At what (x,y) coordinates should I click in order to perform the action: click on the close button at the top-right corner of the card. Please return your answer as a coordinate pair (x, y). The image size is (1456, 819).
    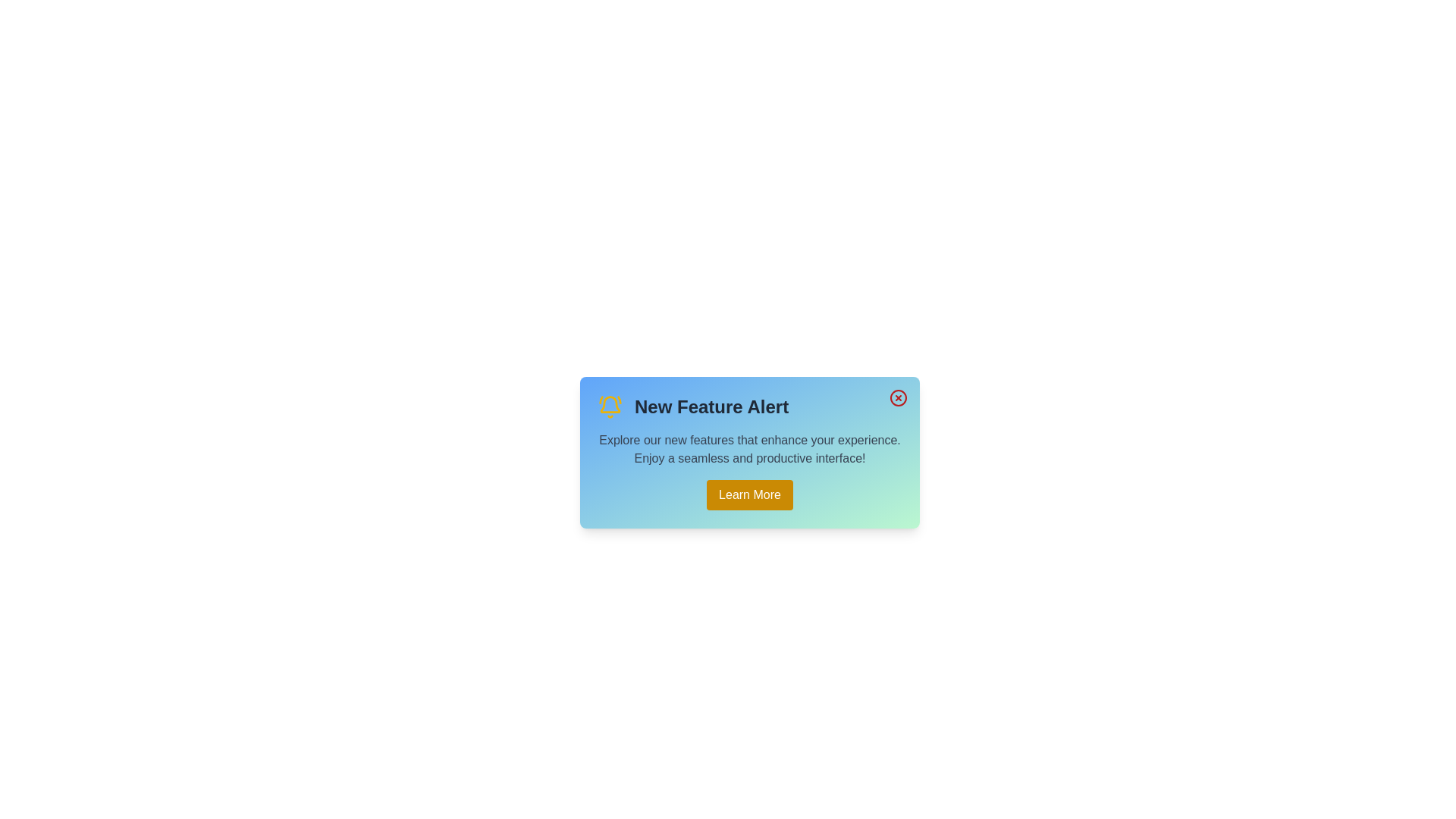
    Looking at the image, I should click on (899, 397).